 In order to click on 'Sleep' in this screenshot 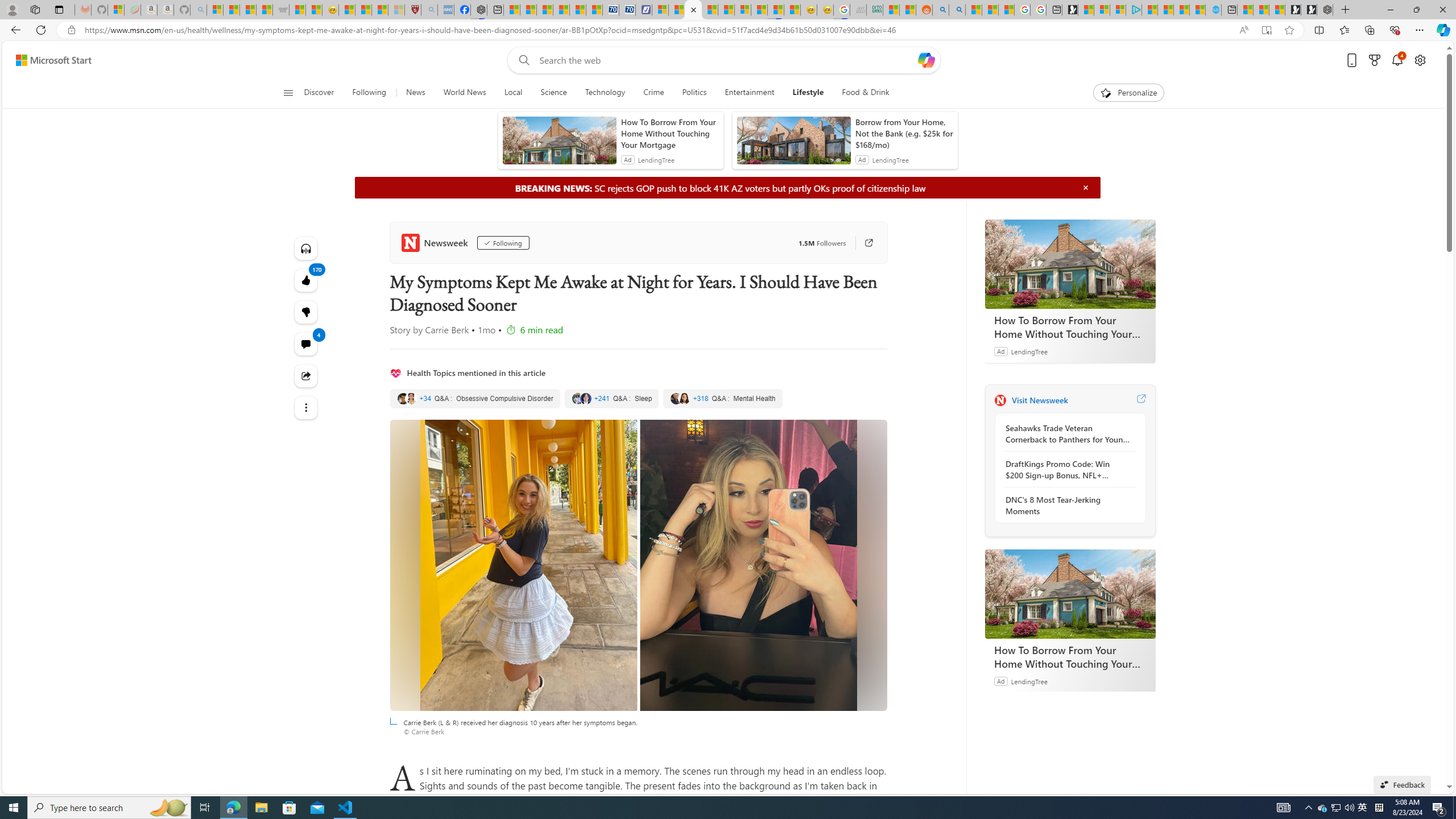, I will do `click(612, 398)`.